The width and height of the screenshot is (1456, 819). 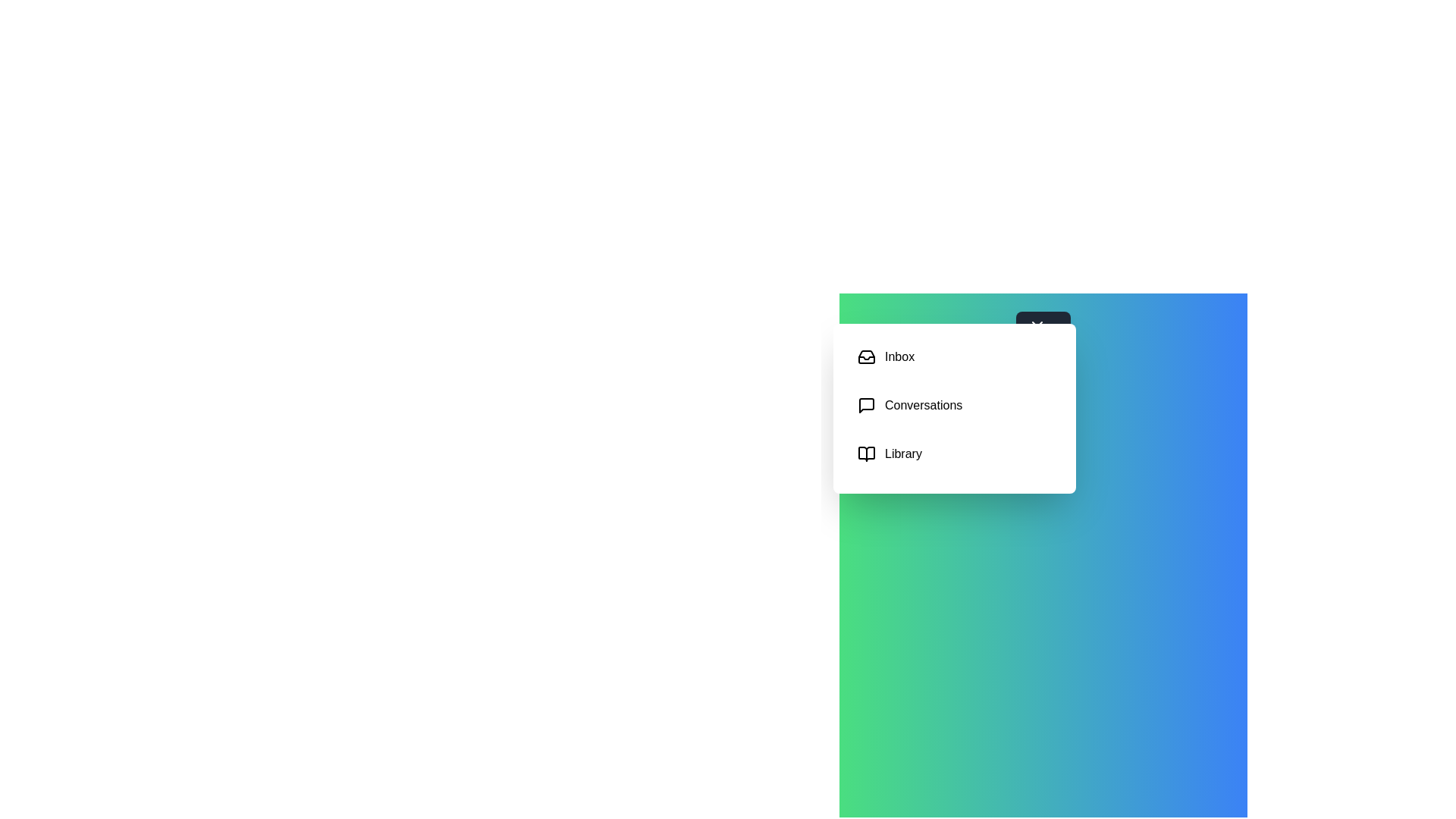 I want to click on the category Conversations to observe the hover effect, so click(x=953, y=405).